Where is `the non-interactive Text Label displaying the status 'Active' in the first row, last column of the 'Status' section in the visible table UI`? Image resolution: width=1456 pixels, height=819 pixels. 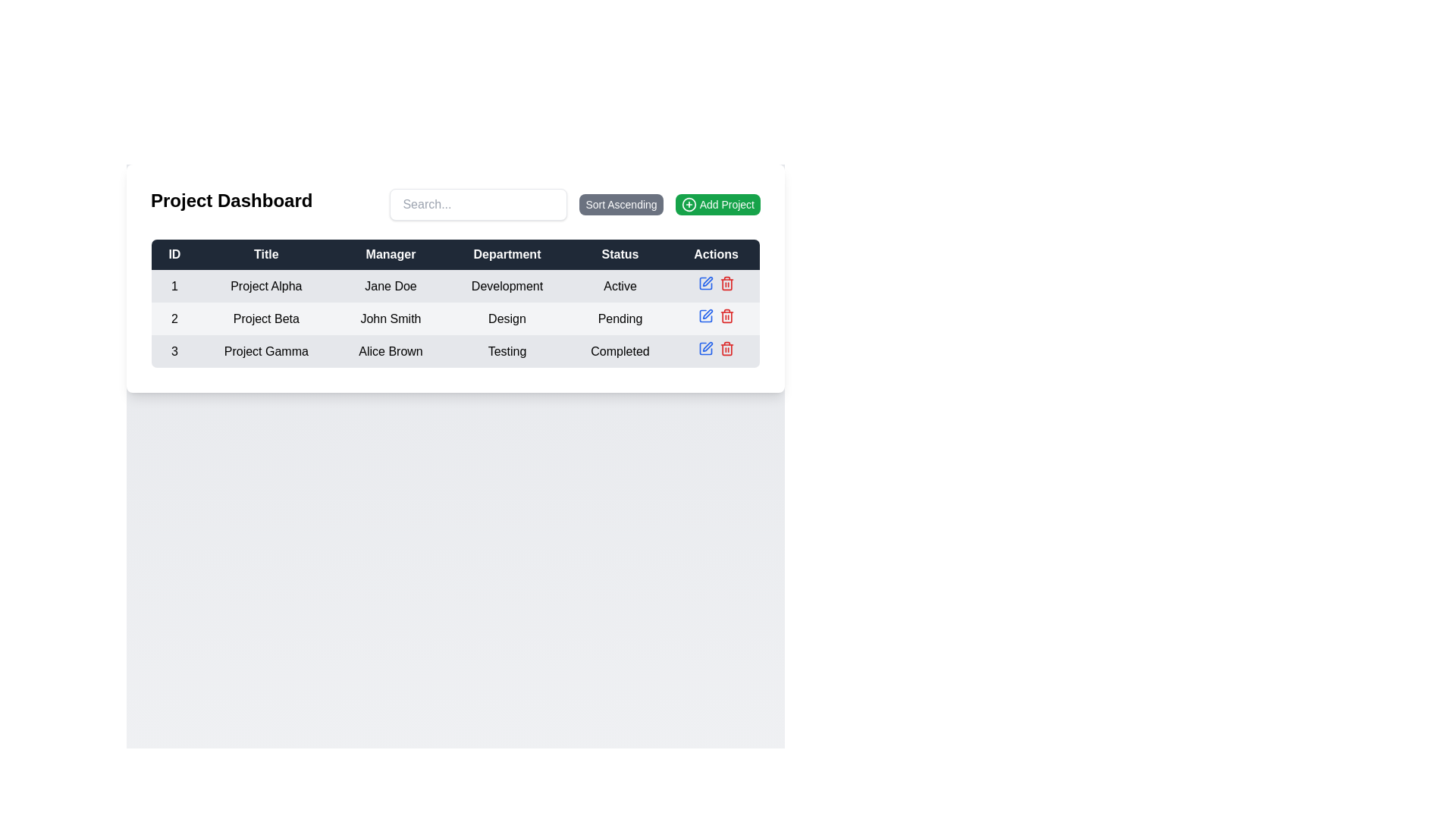 the non-interactive Text Label displaying the status 'Active' in the first row, last column of the 'Status' section in the visible table UI is located at coordinates (620, 286).